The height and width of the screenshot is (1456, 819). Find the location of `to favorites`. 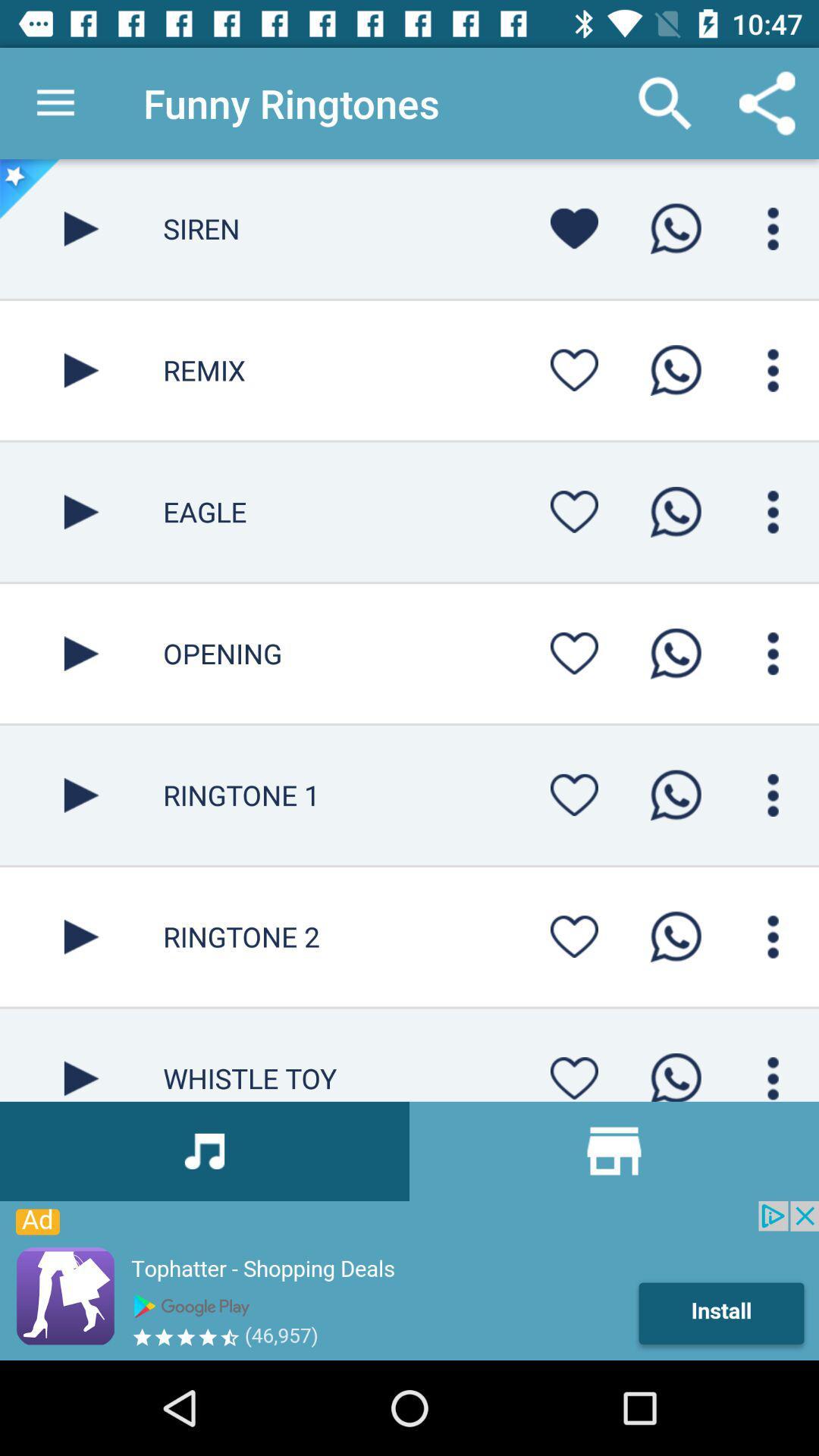

to favorites is located at coordinates (574, 512).